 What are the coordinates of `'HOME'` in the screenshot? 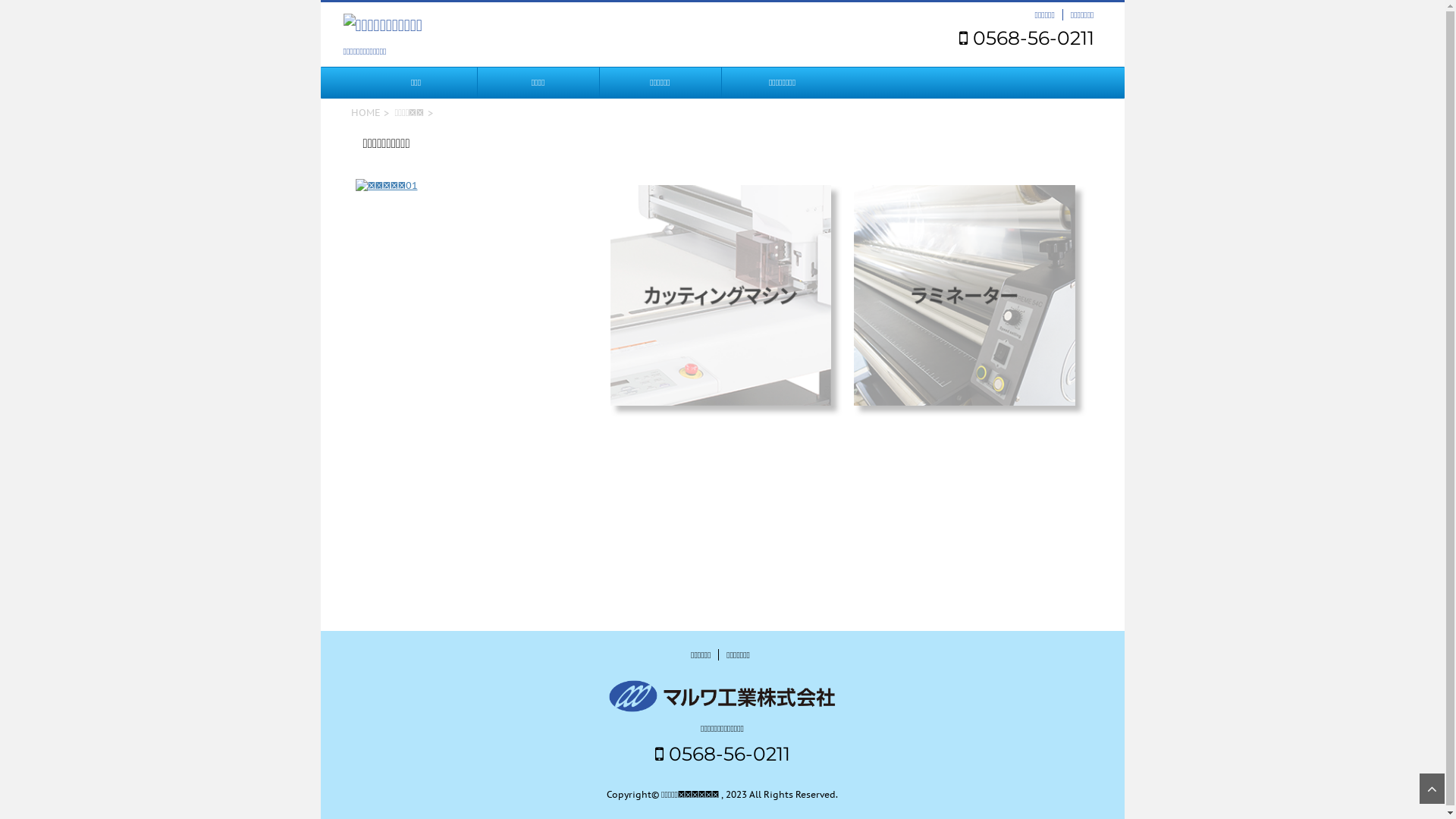 It's located at (365, 111).